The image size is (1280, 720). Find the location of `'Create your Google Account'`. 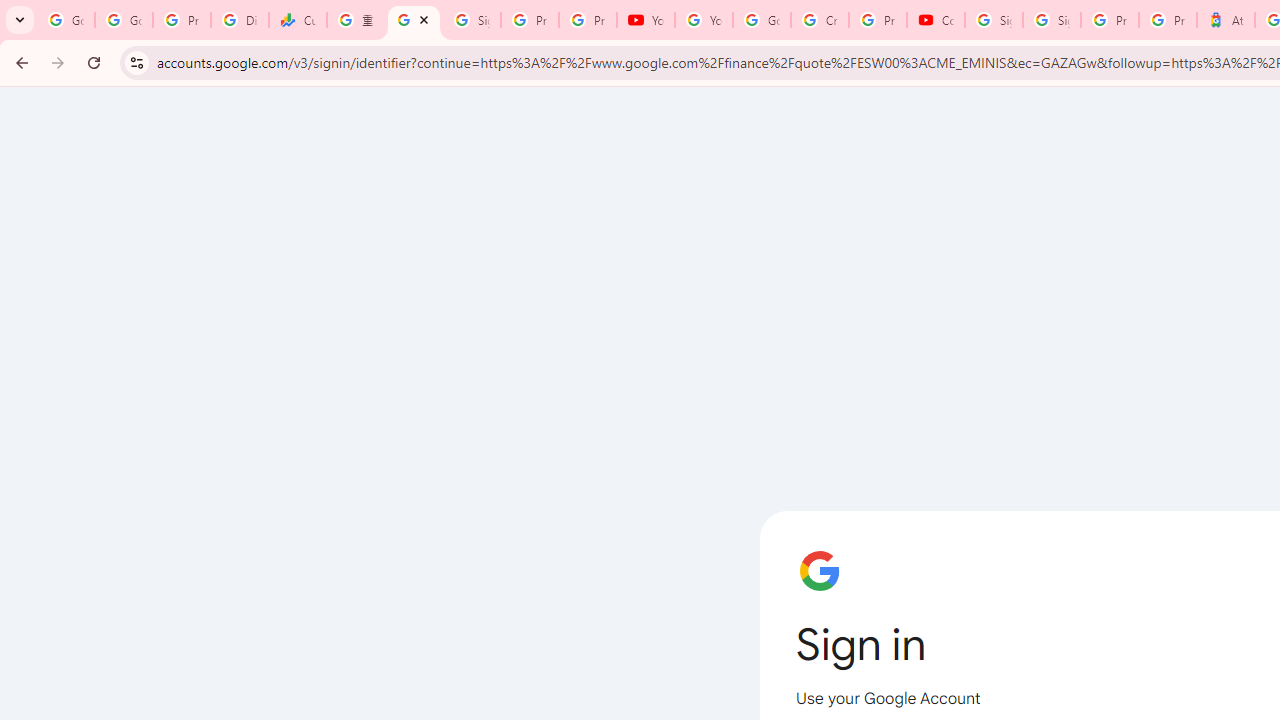

'Create your Google Account' is located at coordinates (819, 20).